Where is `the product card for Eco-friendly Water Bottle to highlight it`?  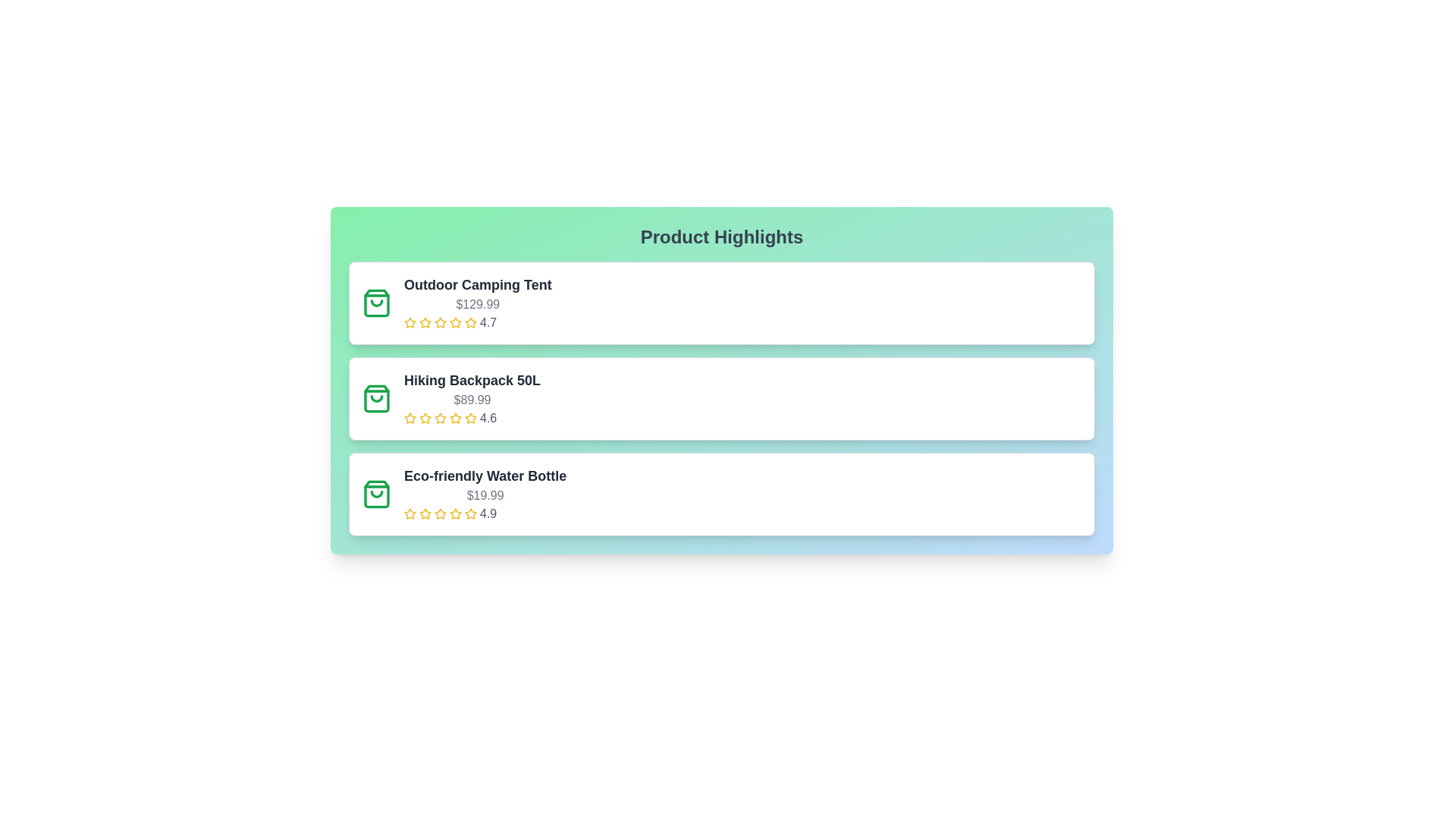 the product card for Eco-friendly Water Bottle to highlight it is located at coordinates (720, 494).